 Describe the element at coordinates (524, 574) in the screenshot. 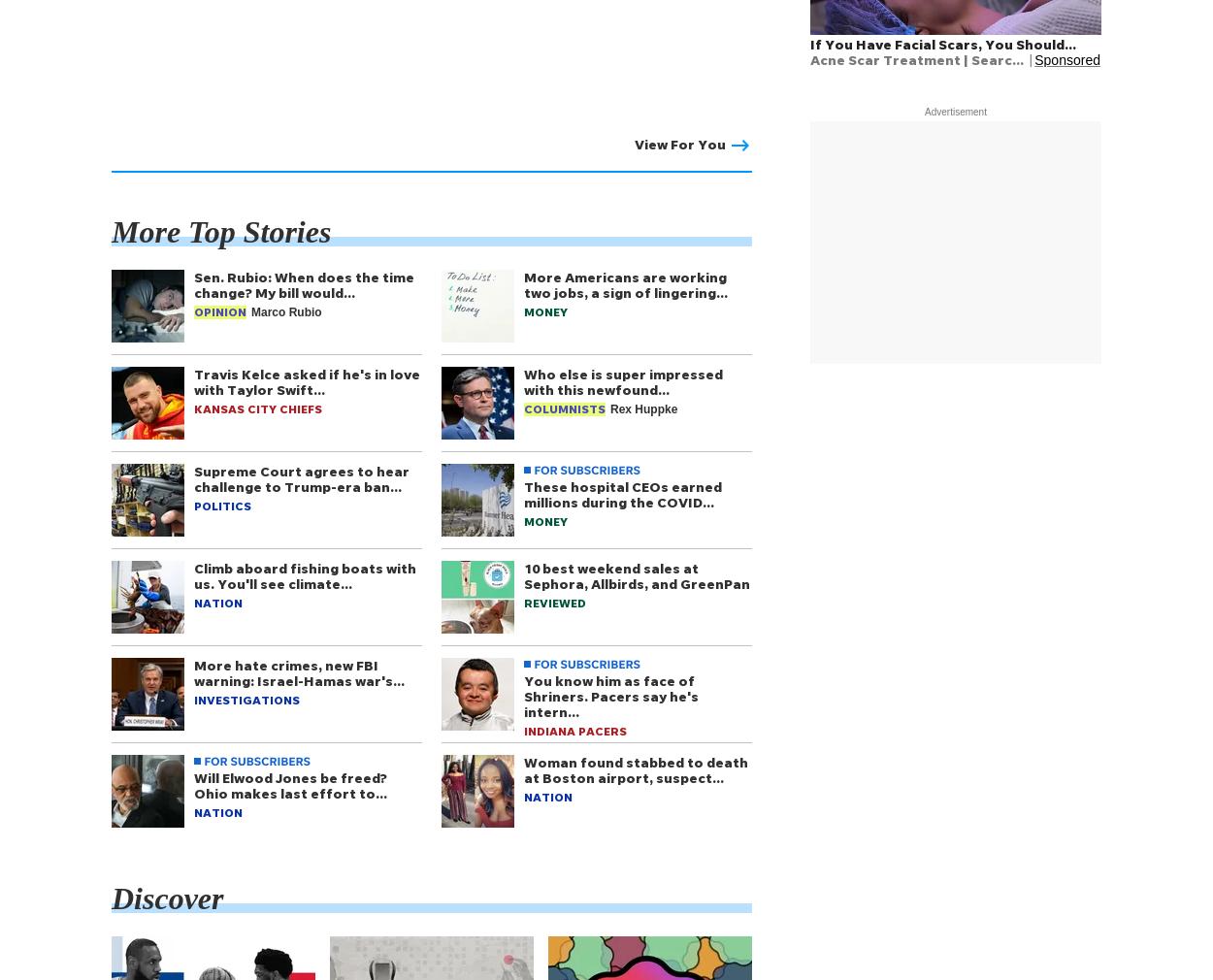

I see `'10 best weekend sales at Sephora, Allbirds, and GreenPan'` at that location.